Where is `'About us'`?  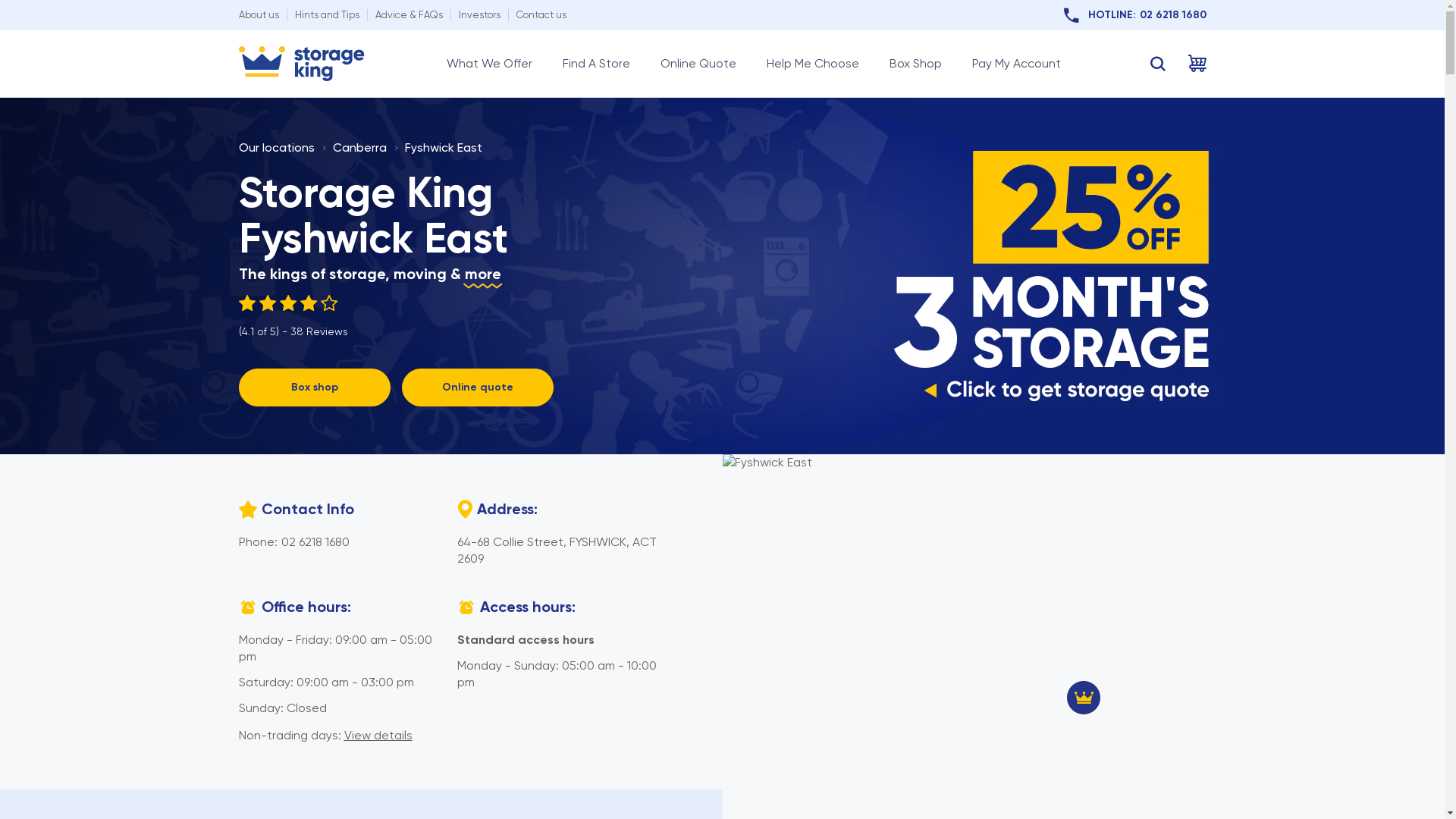
'About us' is located at coordinates (258, 14).